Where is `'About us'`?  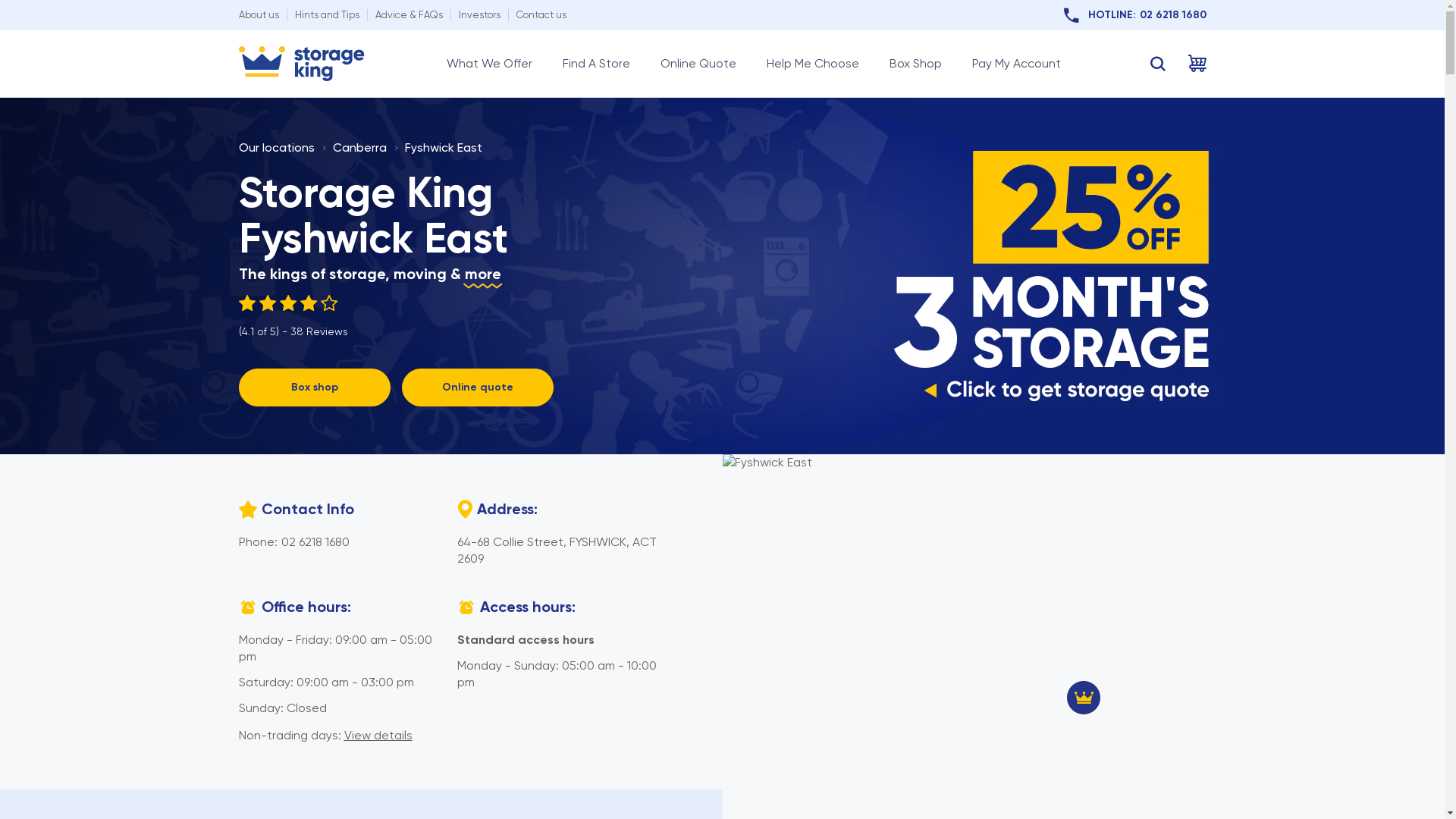
'About us' is located at coordinates (258, 14).